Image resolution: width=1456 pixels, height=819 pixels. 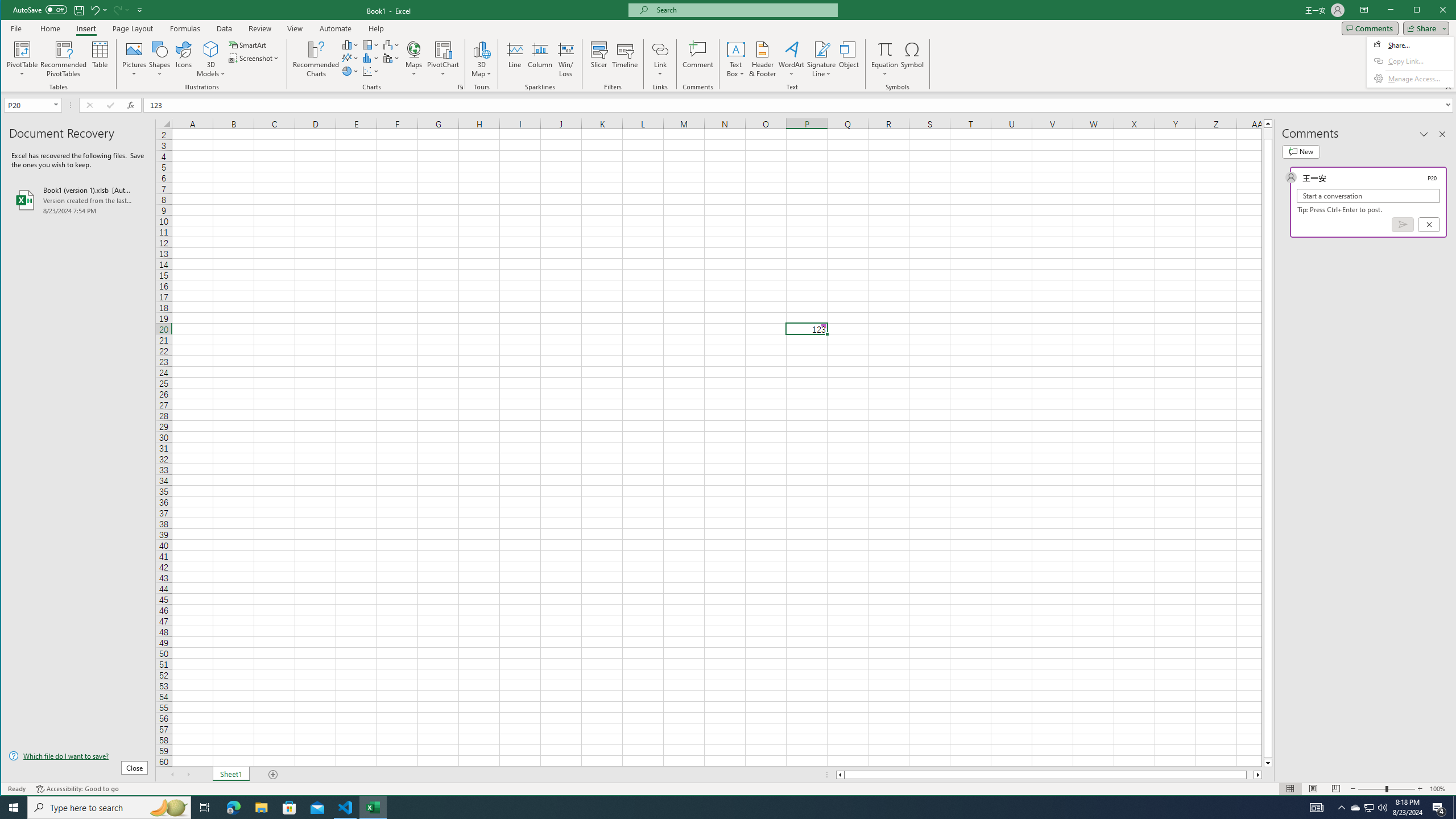 I want to click on 'Link', so click(x=659, y=59).